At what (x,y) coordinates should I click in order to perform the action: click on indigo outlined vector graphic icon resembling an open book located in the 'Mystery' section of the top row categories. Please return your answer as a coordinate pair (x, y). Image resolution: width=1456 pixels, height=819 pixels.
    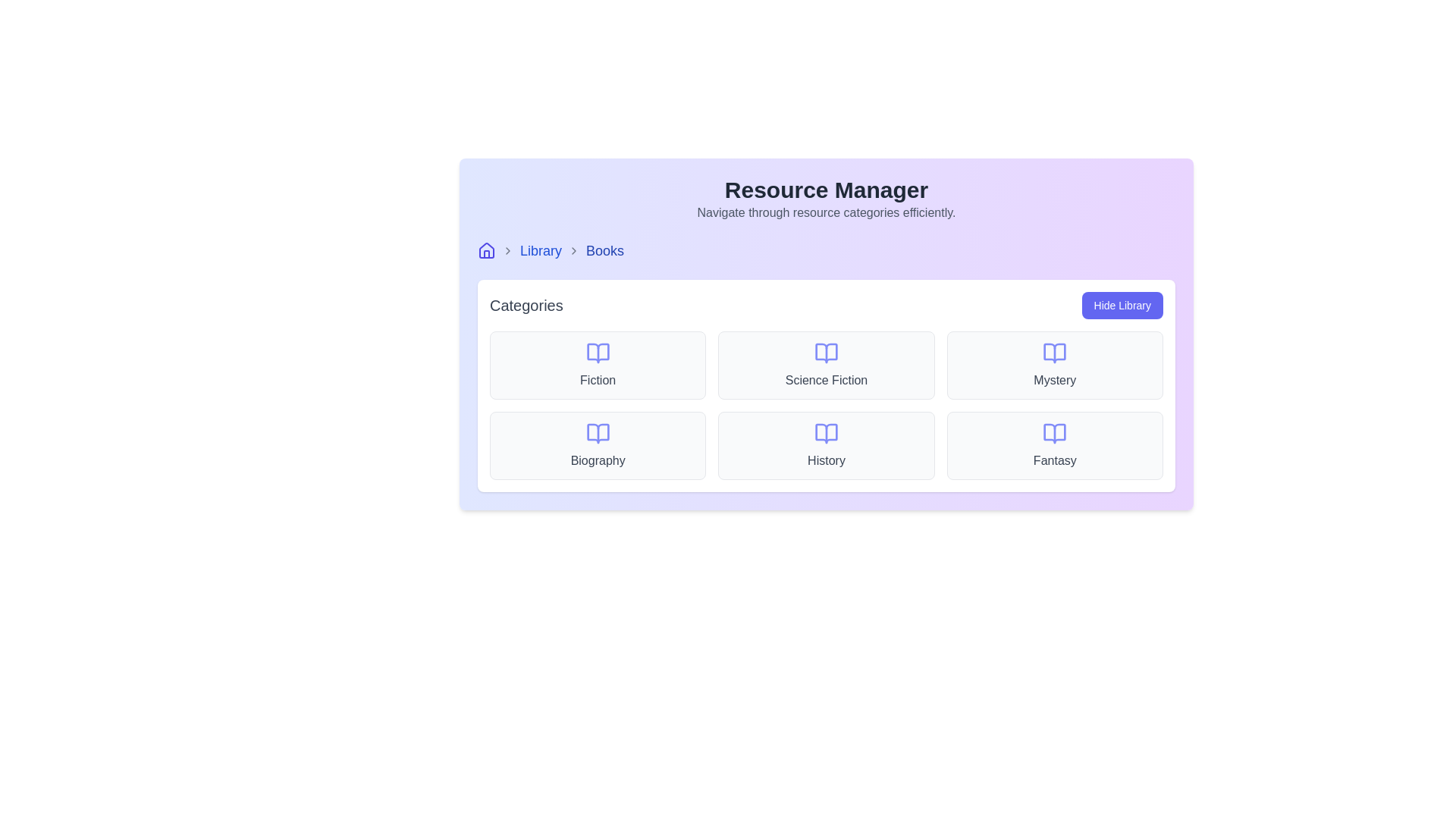
    Looking at the image, I should click on (1054, 353).